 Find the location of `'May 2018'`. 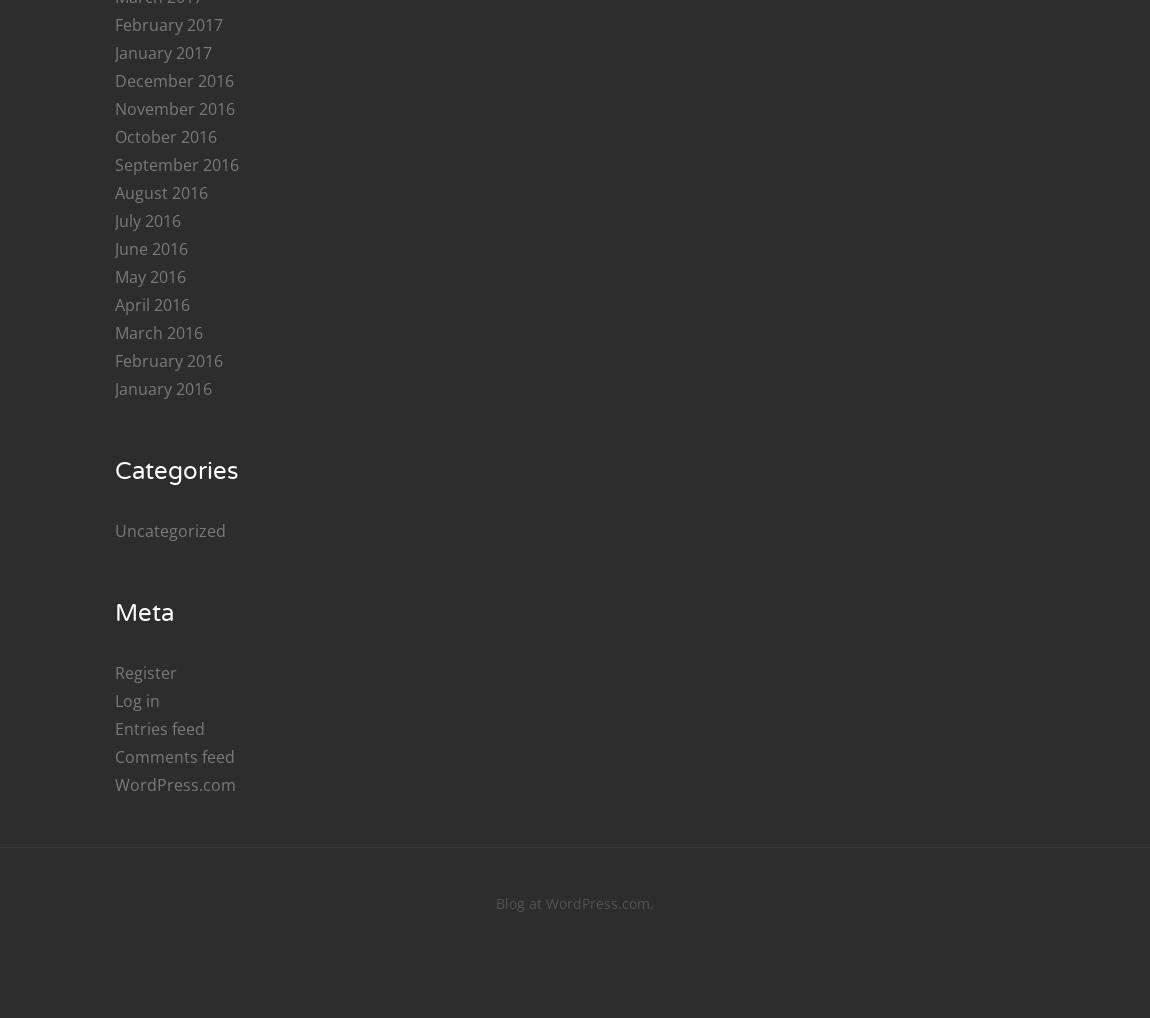

'May 2018' is located at coordinates (149, 566).